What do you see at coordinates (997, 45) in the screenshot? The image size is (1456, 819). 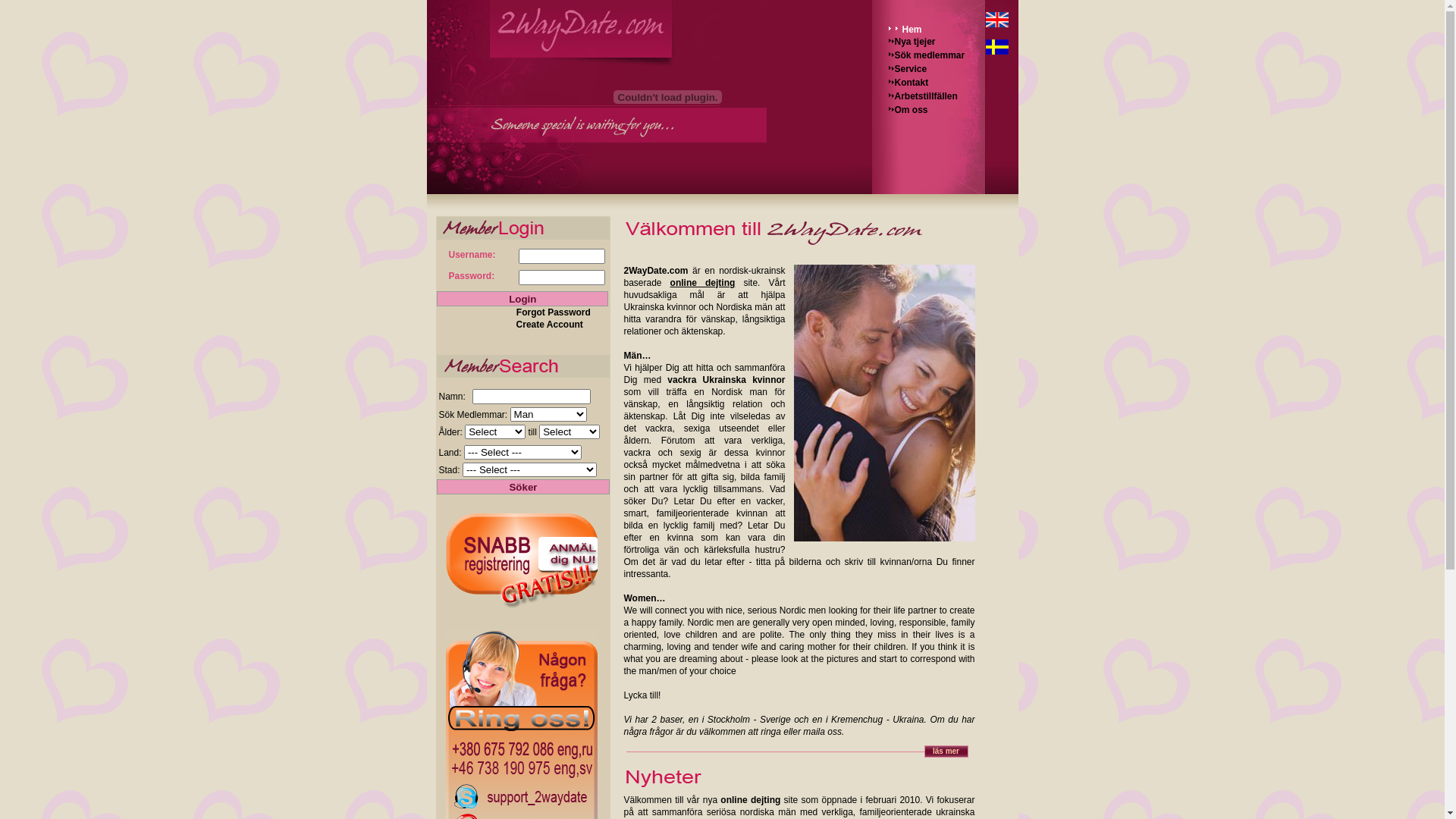 I see `'Sweden'` at bounding box center [997, 45].